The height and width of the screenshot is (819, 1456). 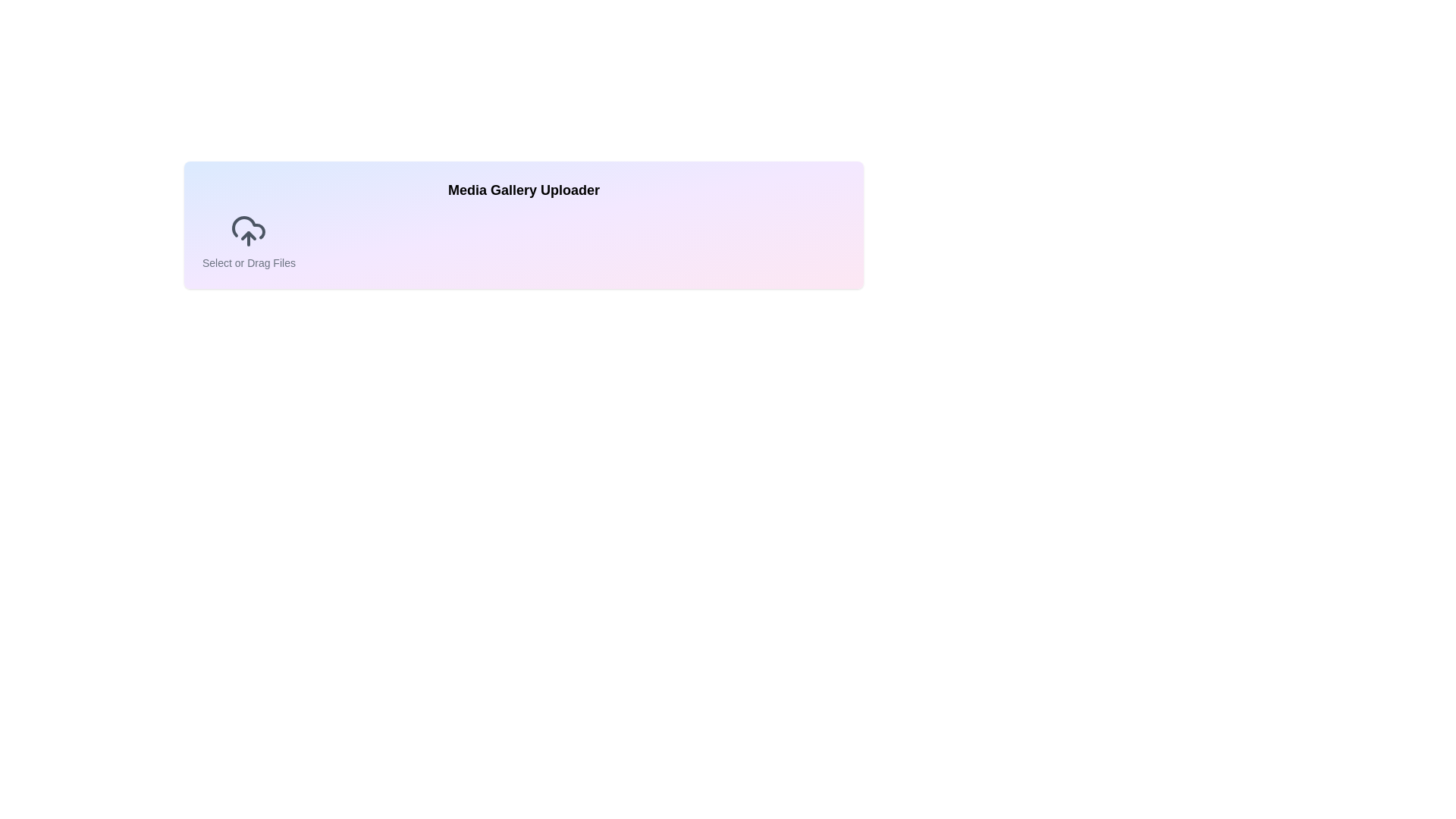 What do you see at coordinates (249, 227) in the screenshot?
I see `the cloud-upload icon's middle portion, which visually represents the cloud in the upload functionality, located beside the 'Select or Drag Files' label` at bounding box center [249, 227].